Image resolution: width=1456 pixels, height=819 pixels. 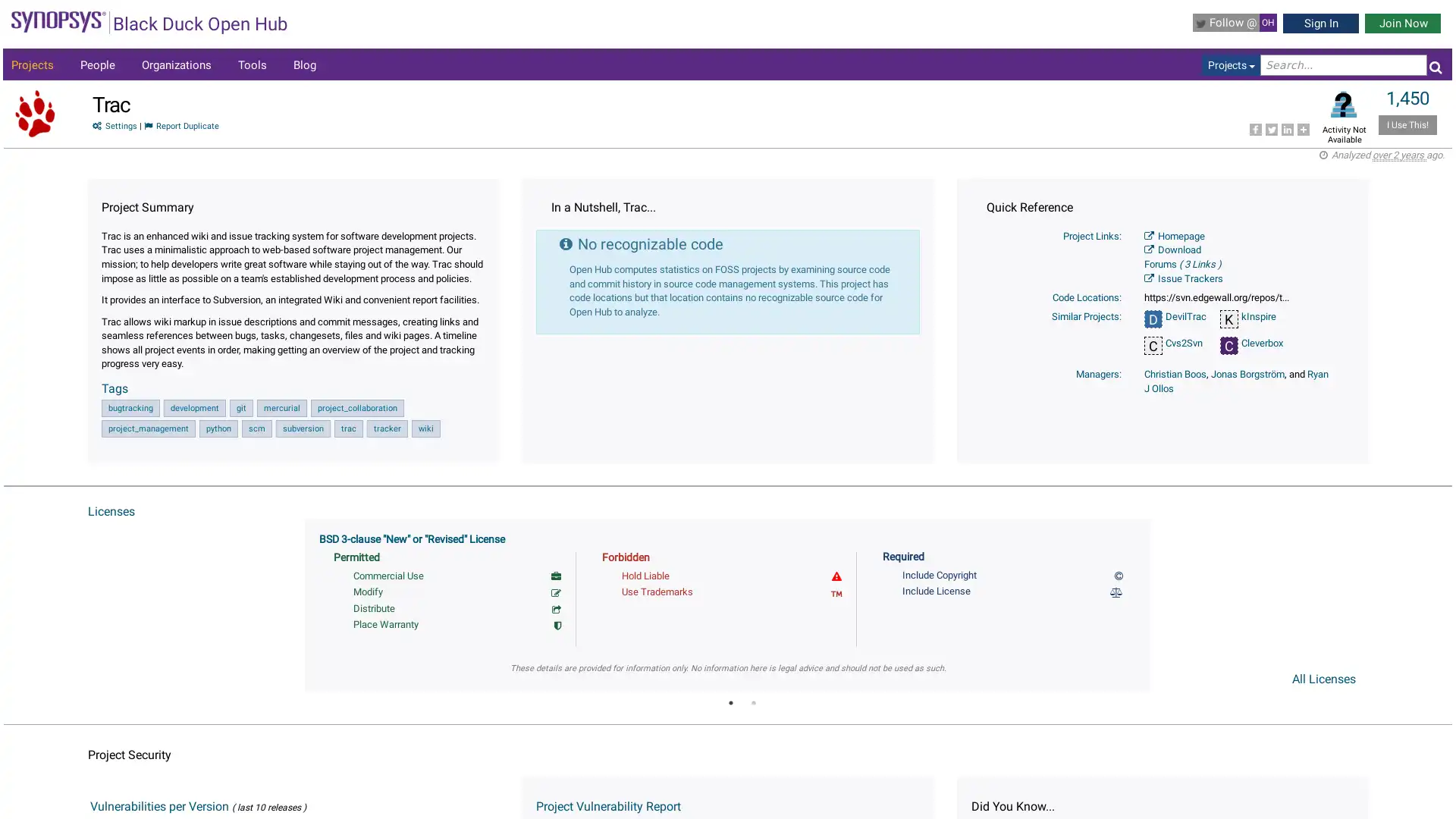 I want to click on 1, so click(x=730, y=701).